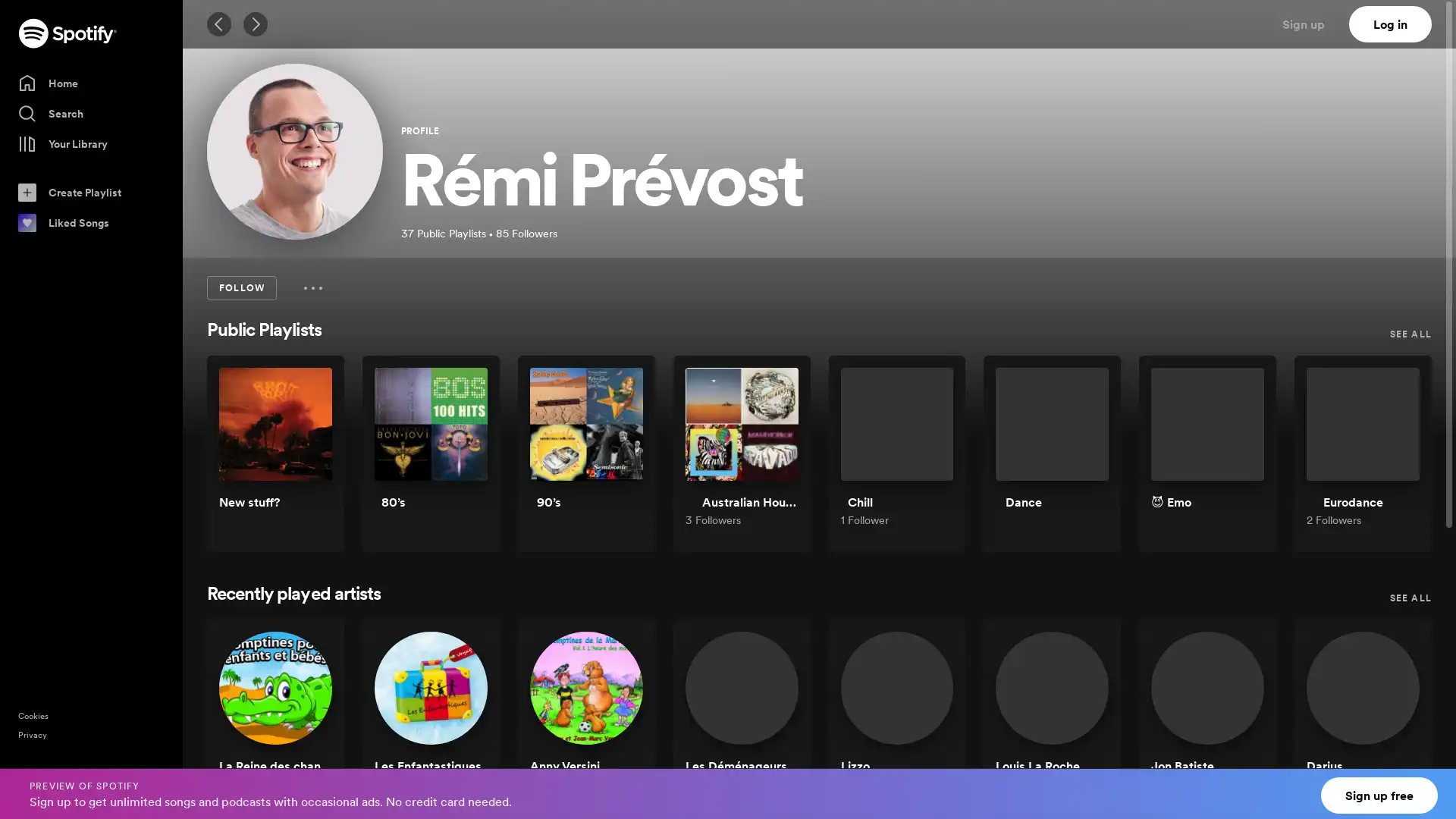 Image resolution: width=1456 pixels, height=819 pixels. I want to click on Play New stuff?, so click(306, 461).